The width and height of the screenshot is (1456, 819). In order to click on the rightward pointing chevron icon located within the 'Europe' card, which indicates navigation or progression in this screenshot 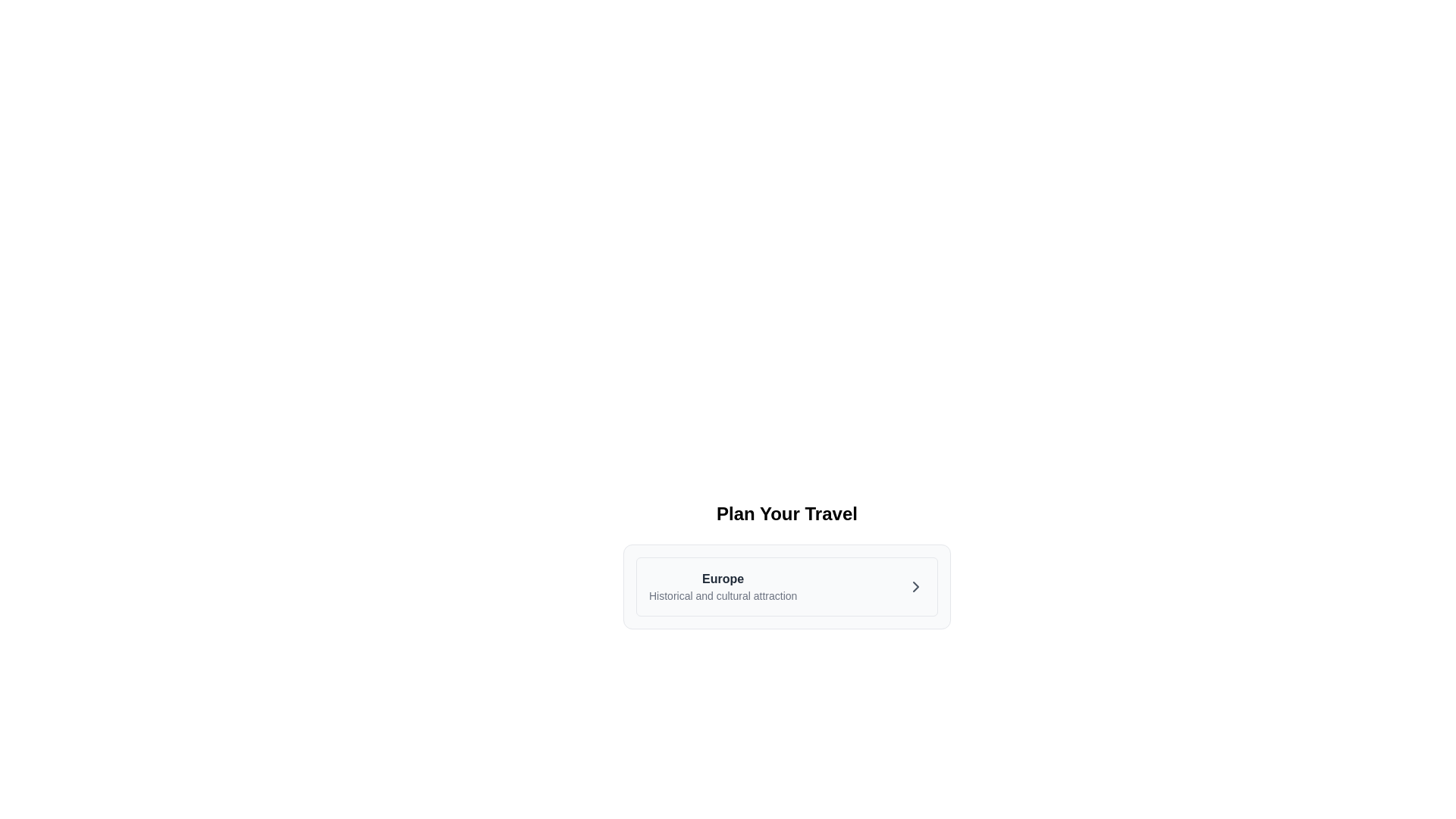, I will do `click(915, 586)`.